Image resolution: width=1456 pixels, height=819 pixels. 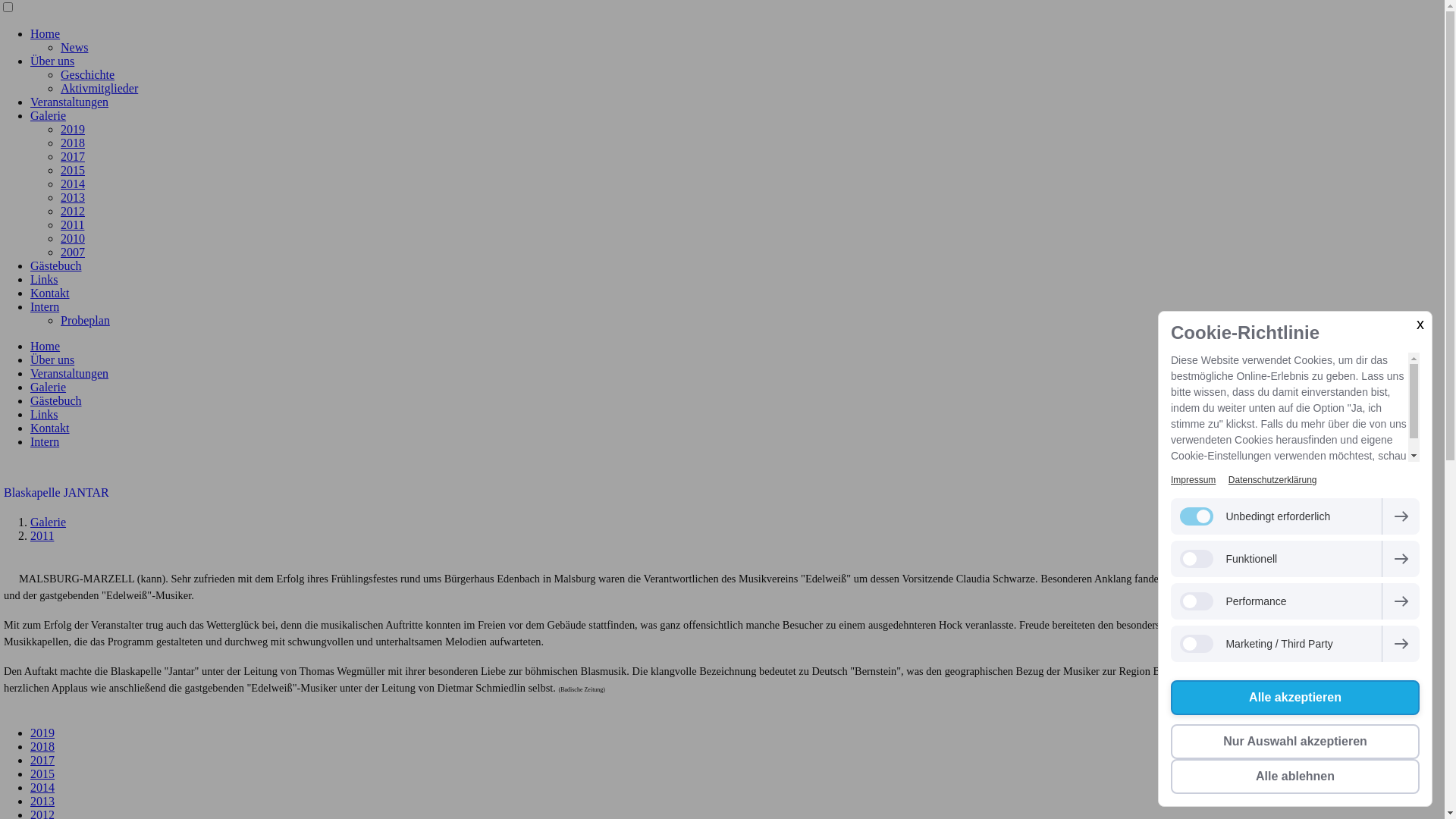 What do you see at coordinates (72, 156) in the screenshot?
I see `'2017'` at bounding box center [72, 156].